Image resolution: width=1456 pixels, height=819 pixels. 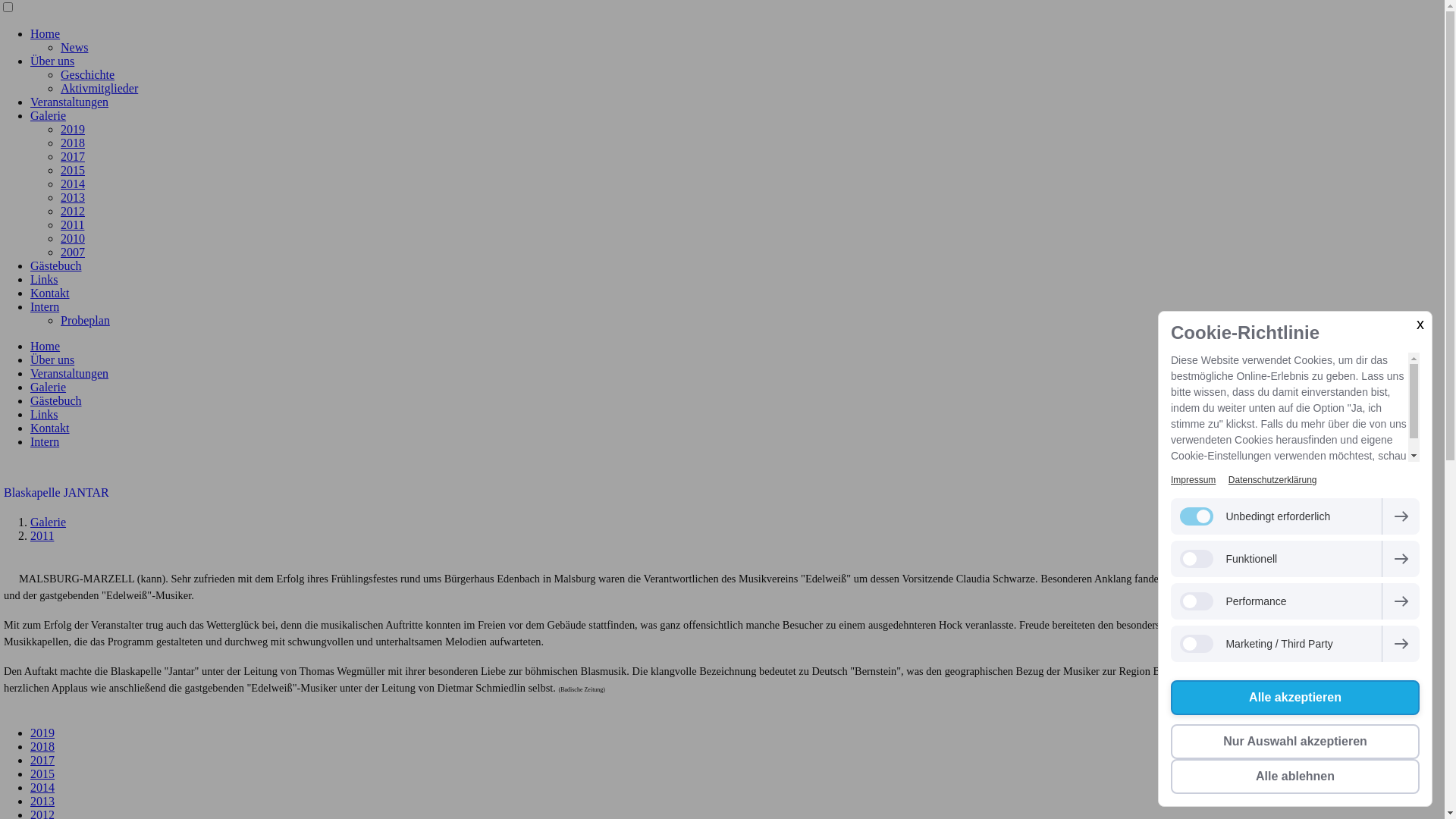 What do you see at coordinates (72, 156) in the screenshot?
I see `'2017'` at bounding box center [72, 156].